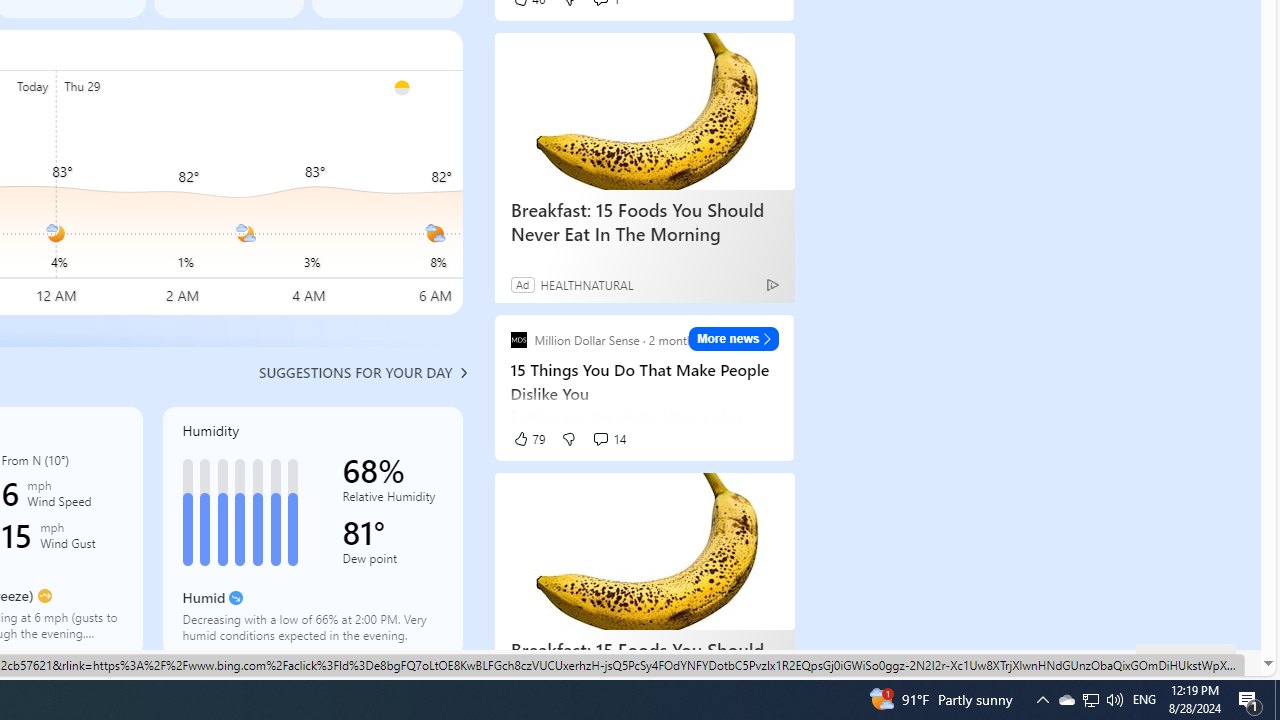 The image size is (1280, 720). What do you see at coordinates (585, 284) in the screenshot?
I see `'HEALTHNATURAL'` at bounding box center [585, 284].